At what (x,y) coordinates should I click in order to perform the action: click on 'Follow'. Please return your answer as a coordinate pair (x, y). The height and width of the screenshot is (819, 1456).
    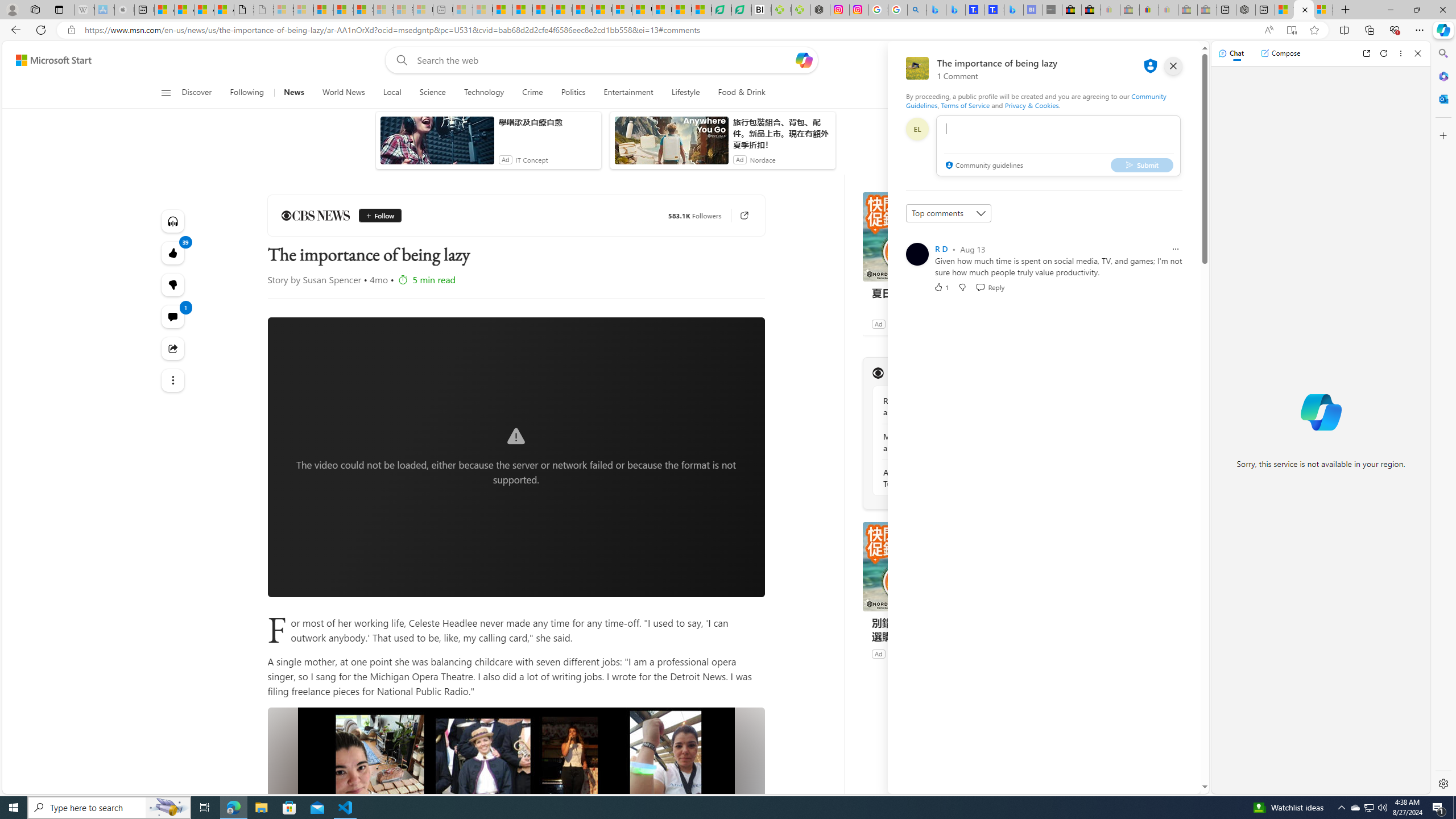
    Looking at the image, I should click on (375, 216).